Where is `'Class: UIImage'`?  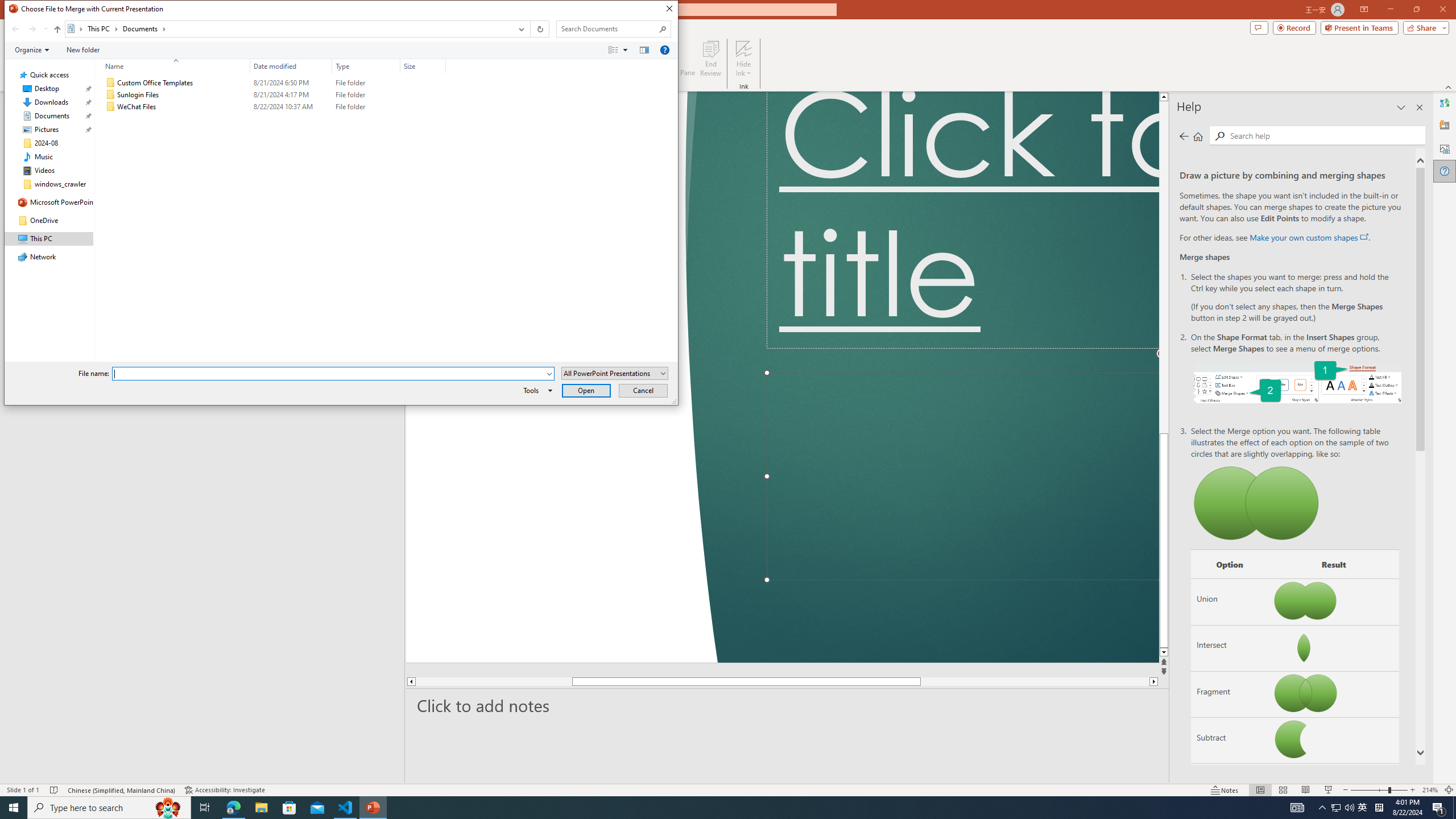 'Class: UIImage' is located at coordinates (111, 106).